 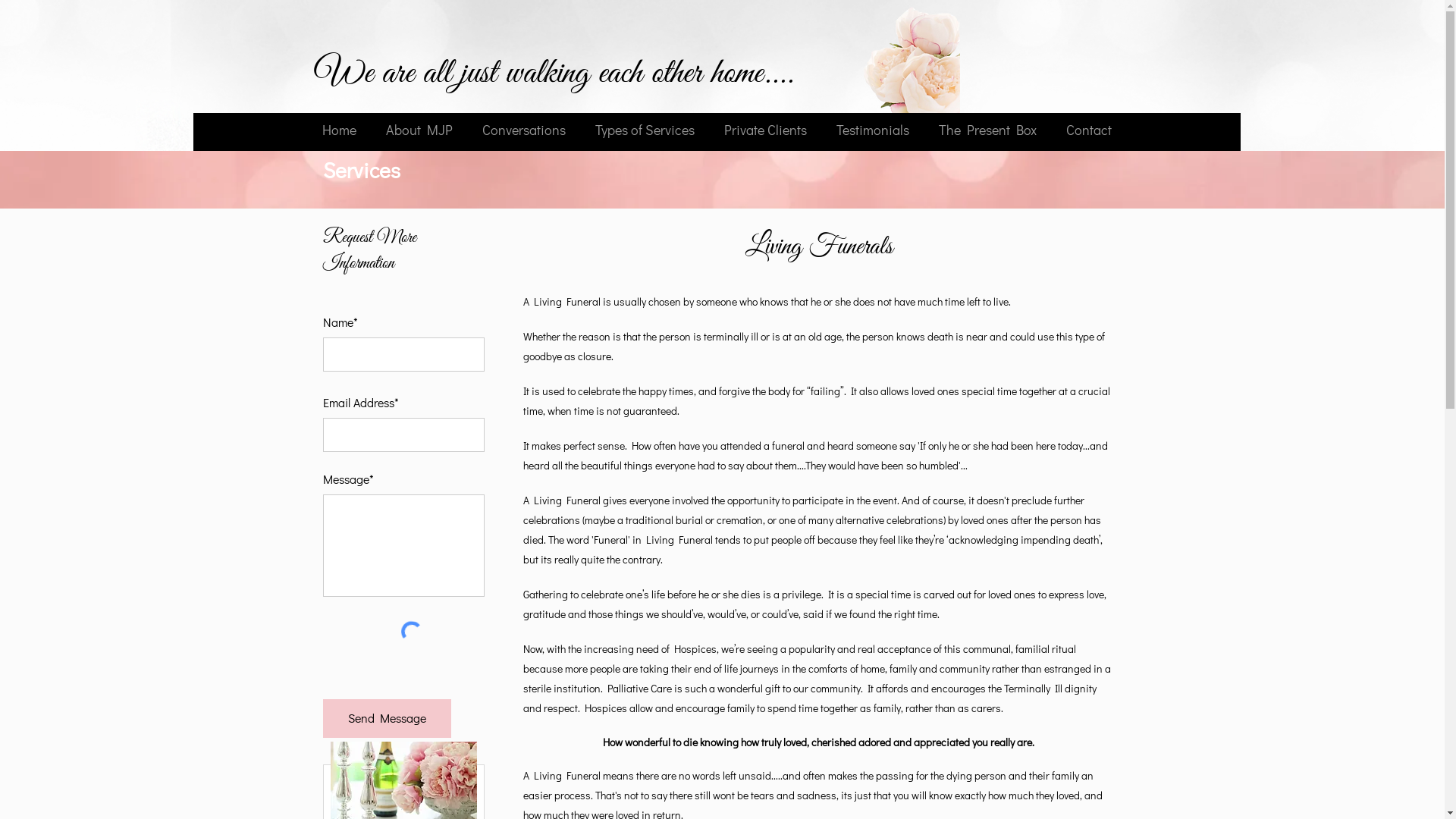 I want to click on 'About MJP', so click(x=419, y=128).